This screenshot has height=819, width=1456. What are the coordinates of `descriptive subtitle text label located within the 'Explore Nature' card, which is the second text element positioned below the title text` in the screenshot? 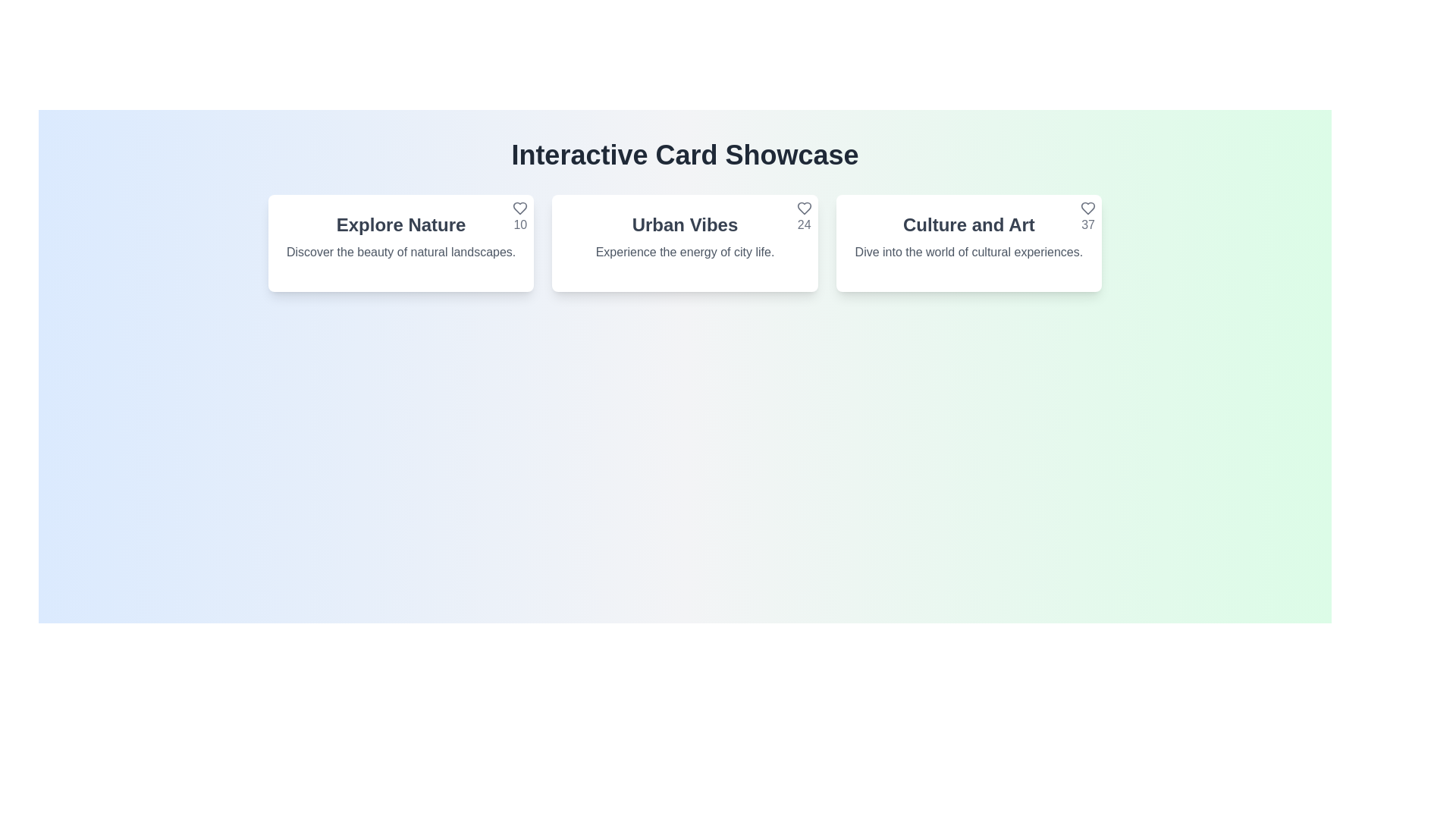 It's located at (401, 251).